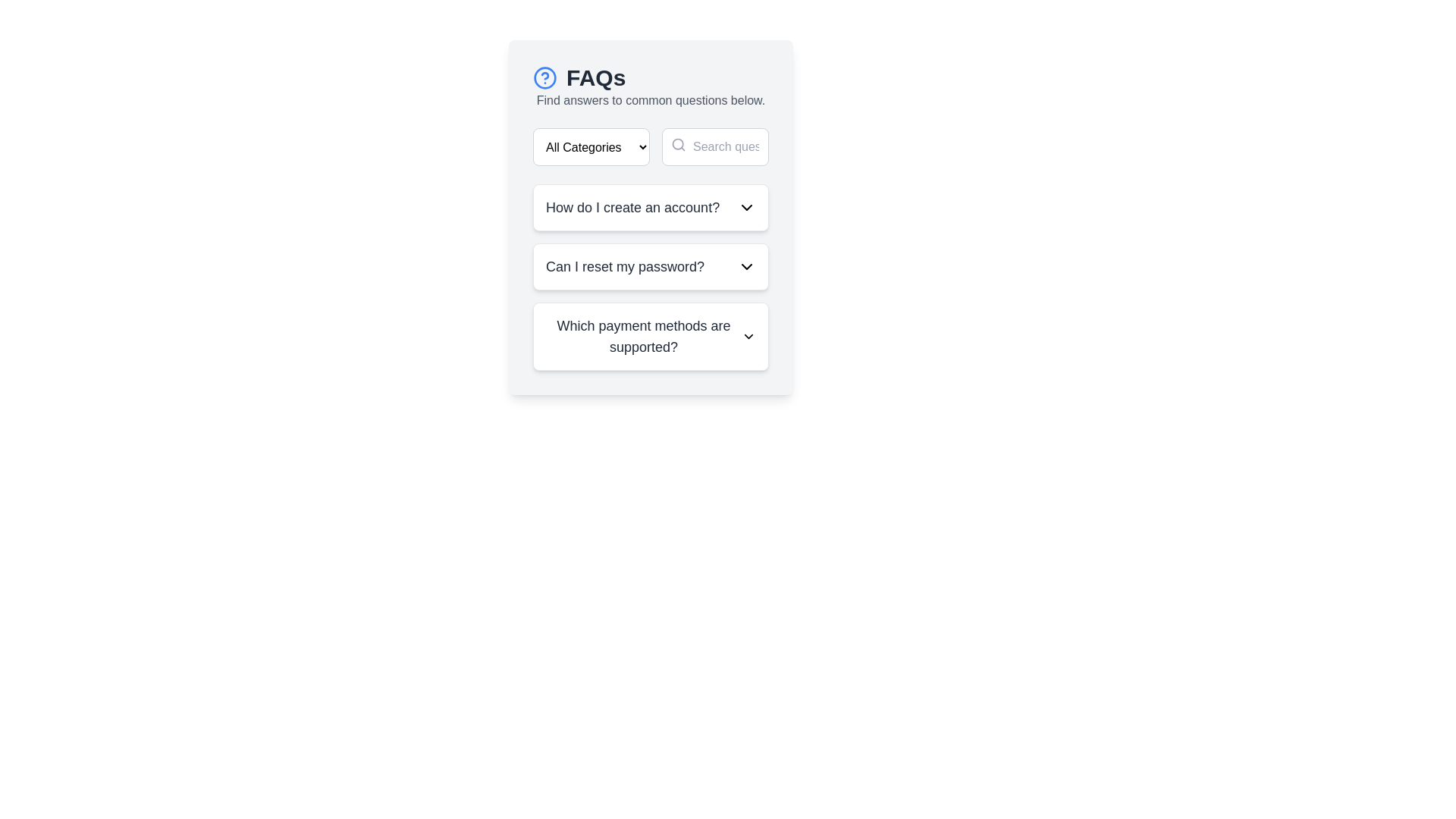 This screenshot has width=1456, height=819. What do you see at coordinates (545, 78) in the screenshot?
I see `the blue circular icon with an outlined question mark, located to the left of the 'FAQs' text in the top heading section` at bounding box center [545, 78].